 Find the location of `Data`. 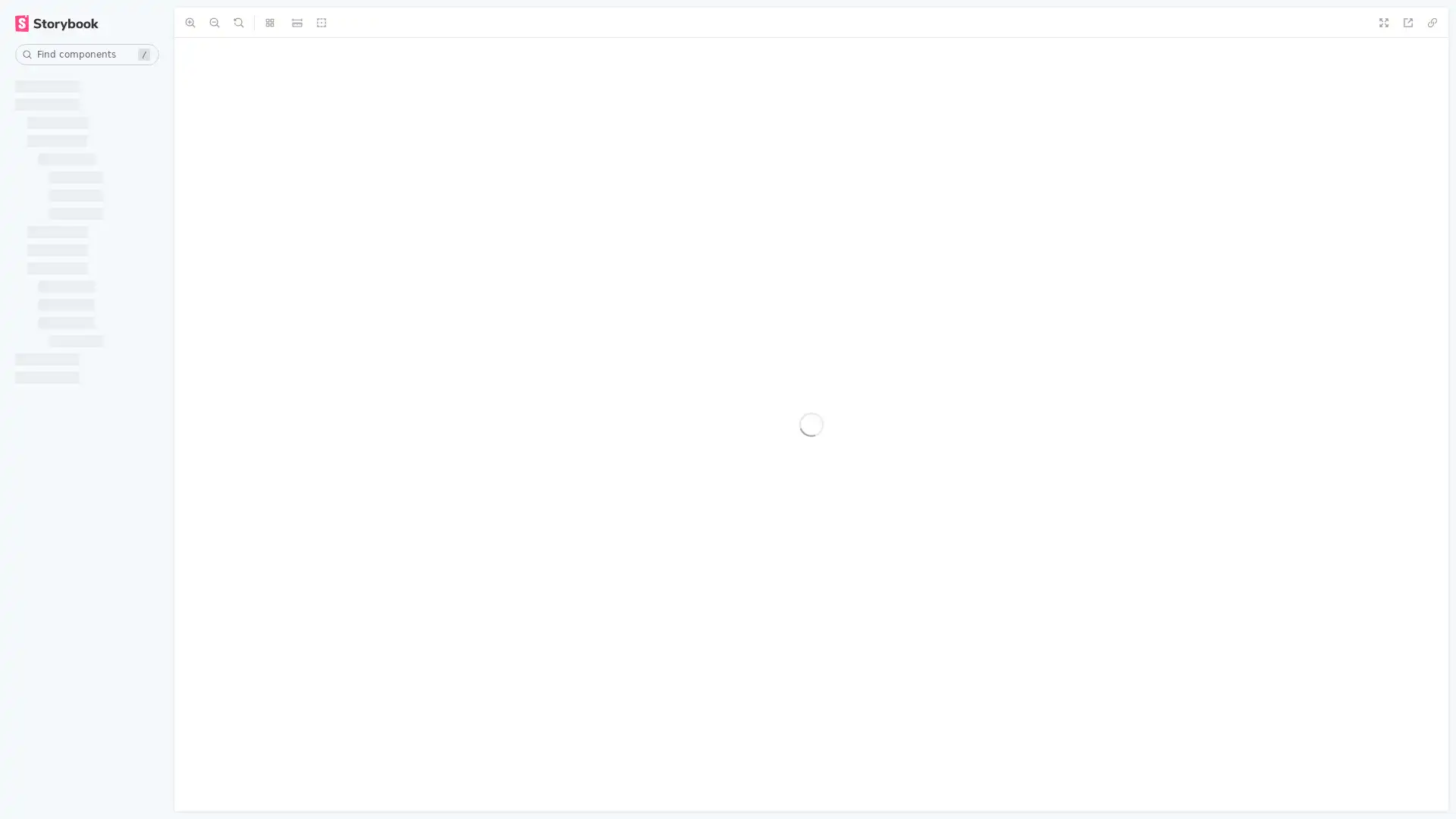

Data is located at coordinates (430, 23).